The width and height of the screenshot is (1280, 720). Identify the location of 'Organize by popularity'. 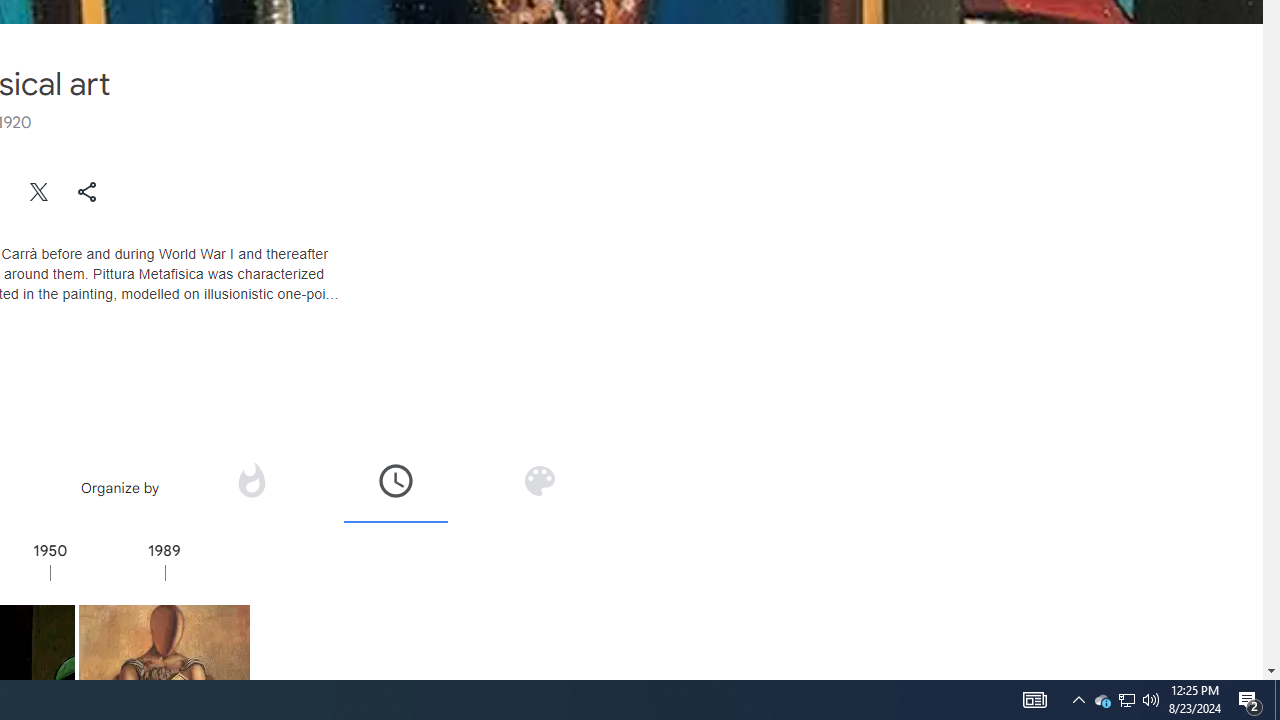
(250, 487).